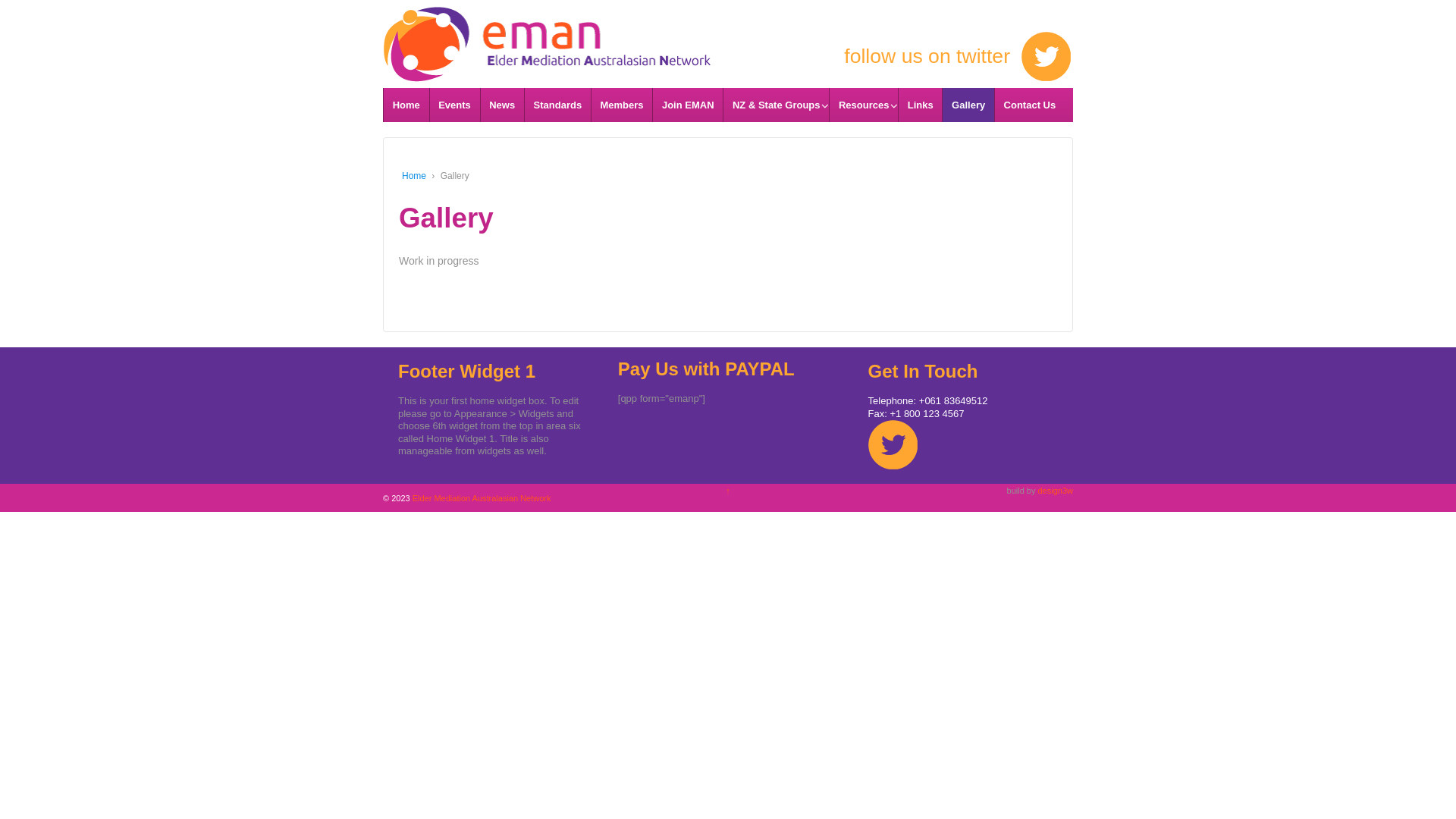 Image resolution: width=1456 pixels, height=819 pixels. Describe the element at coordinates (406, 104) in the screenshot. I see `'Home'` at that location.